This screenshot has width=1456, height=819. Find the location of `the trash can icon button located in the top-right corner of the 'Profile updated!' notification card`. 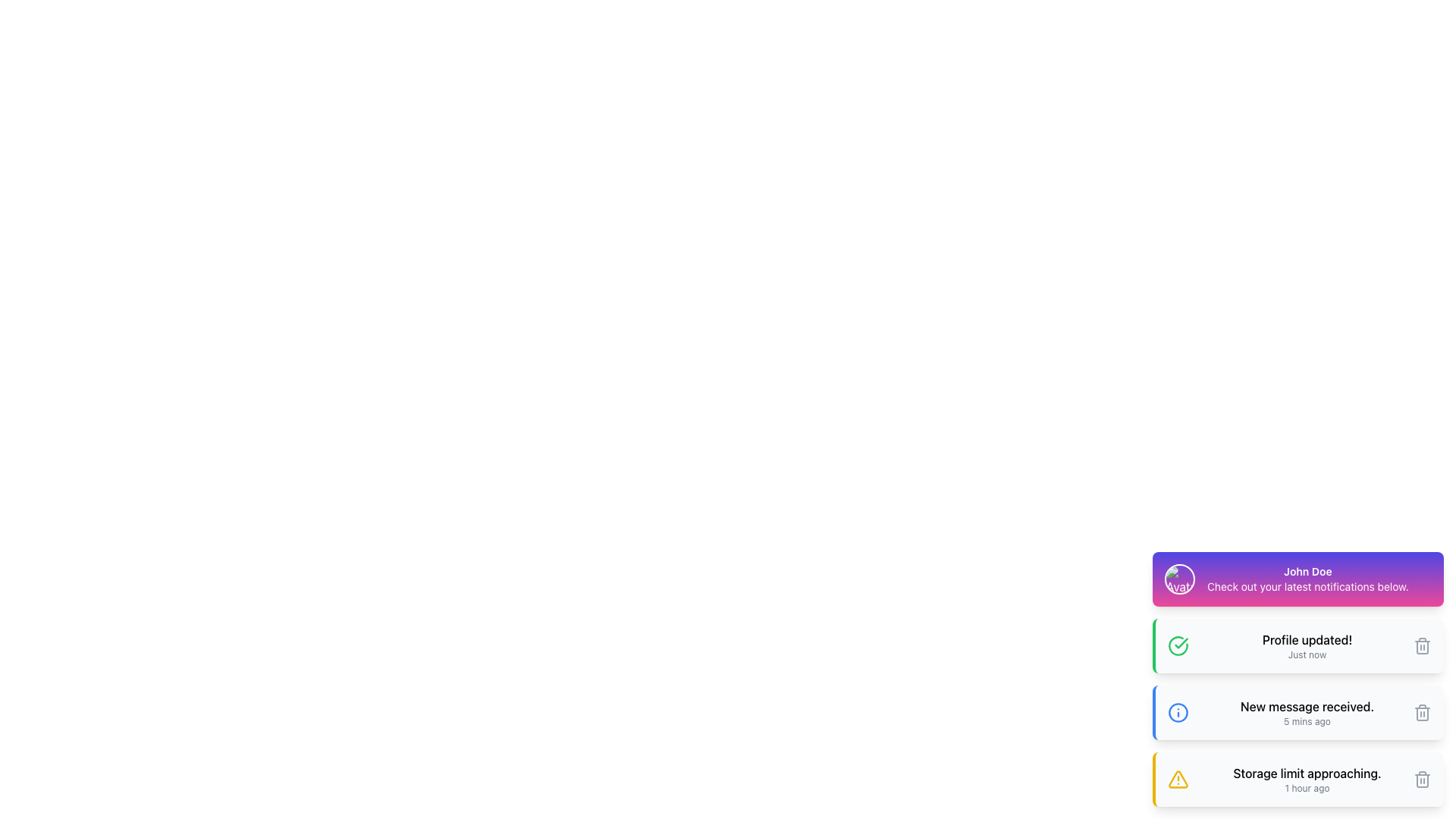

the trash can icon button located in the top-right corner of the 'Profile updated!' notification card is located at coordinates (1422, 646).